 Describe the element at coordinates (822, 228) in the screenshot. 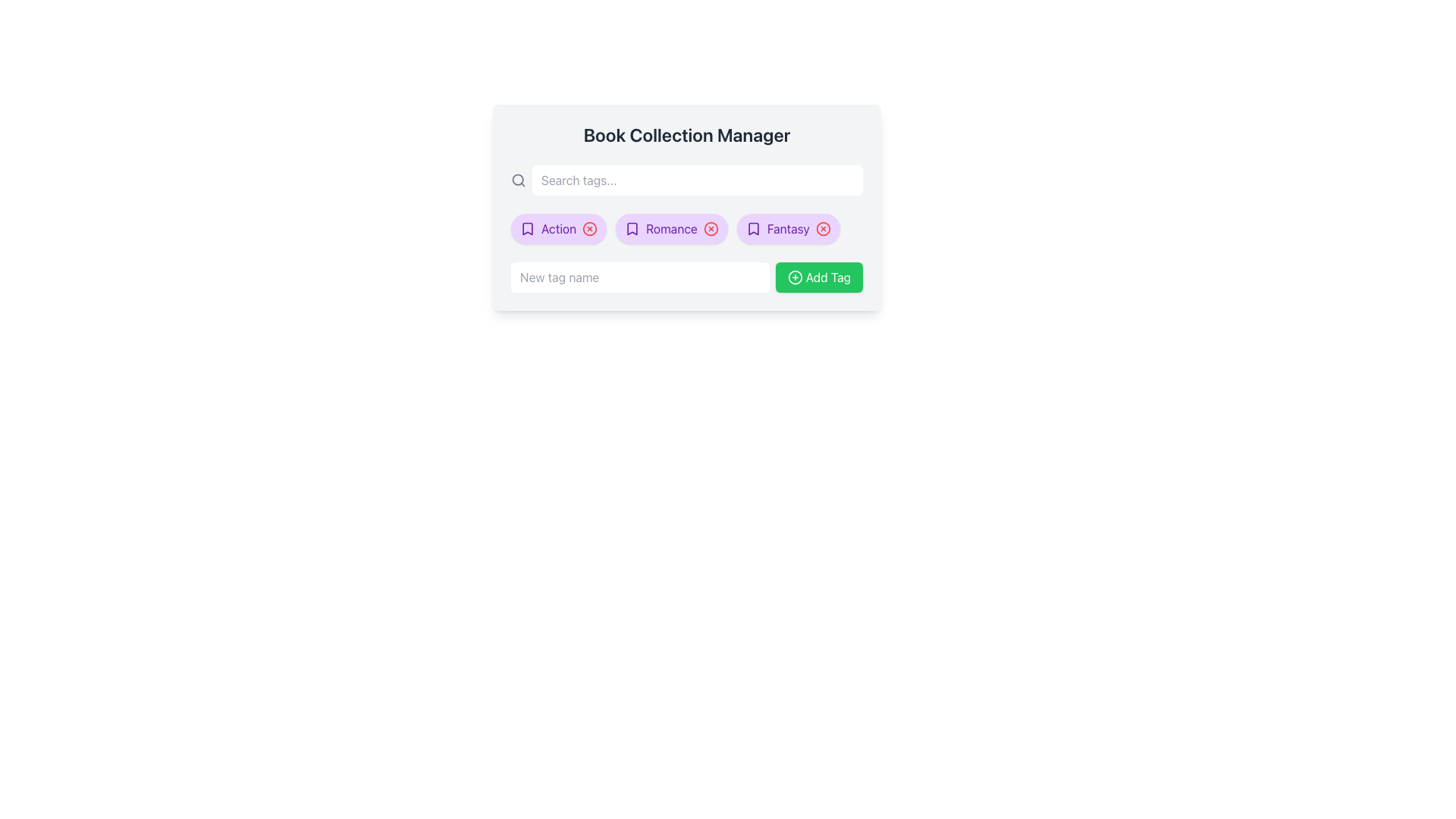

I see `the delete control represented by a red-cross icon located to the right of the 'Fantasy' tag` at that location.